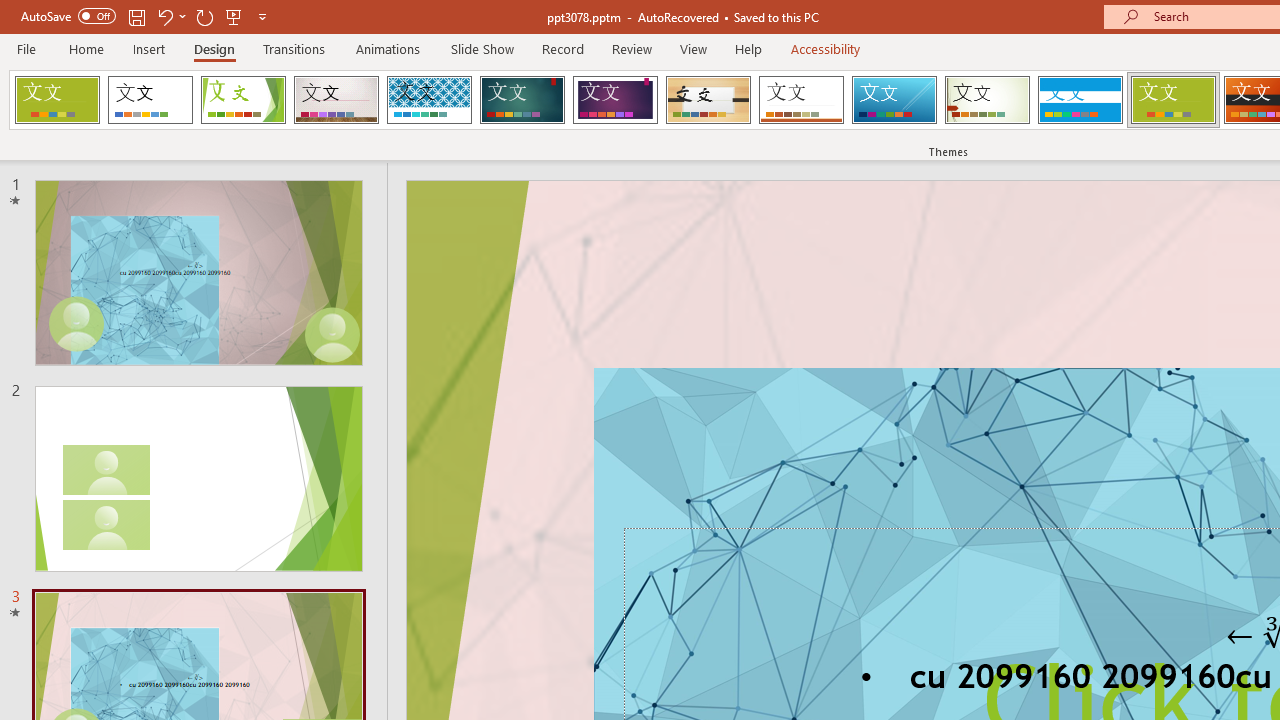 Image resolution: width=1280 pixels, height=720 pixels. Describe the element at coordinates (522, 100) in the screenshot. I see `'Ion'` at that location.